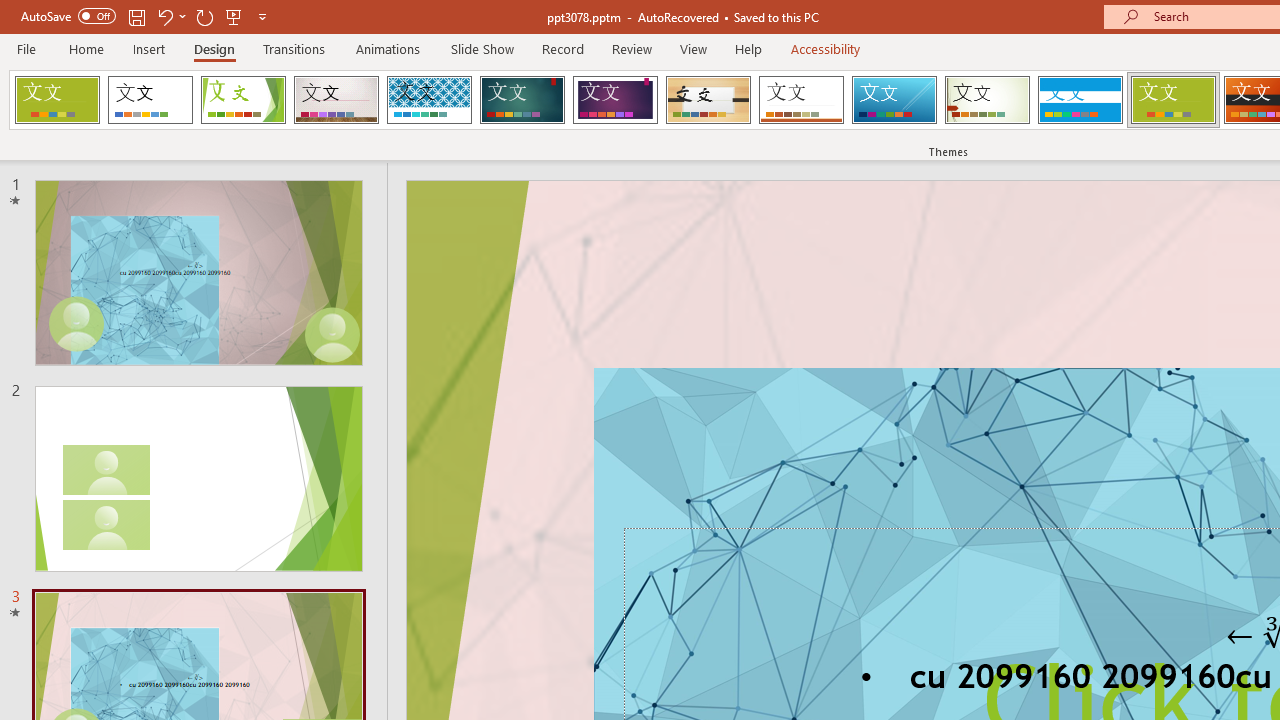 Image resolution: width=1280 pixels, height=720 pixels. Describe the element at coordinates (522, 100) in the screenshot. I see `'Ion'` at that location.